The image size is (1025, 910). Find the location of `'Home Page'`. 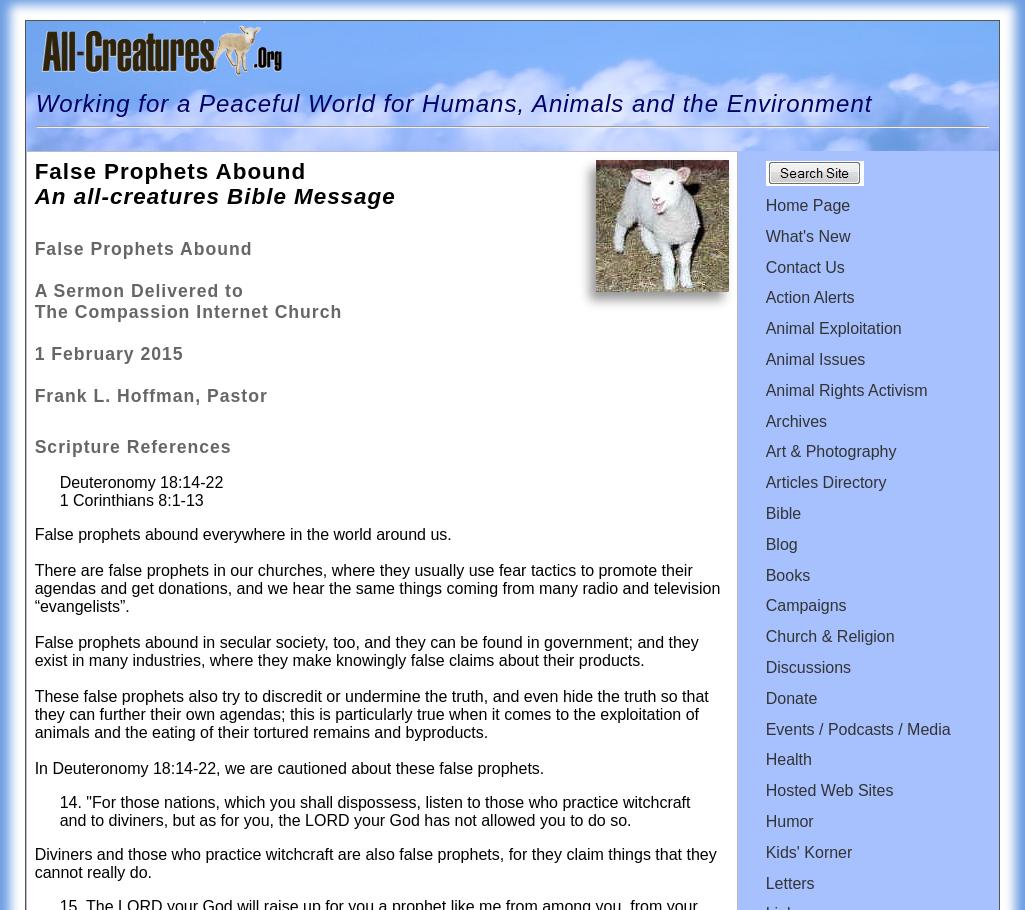

'Home Page' is located at coordinates (764, 204).